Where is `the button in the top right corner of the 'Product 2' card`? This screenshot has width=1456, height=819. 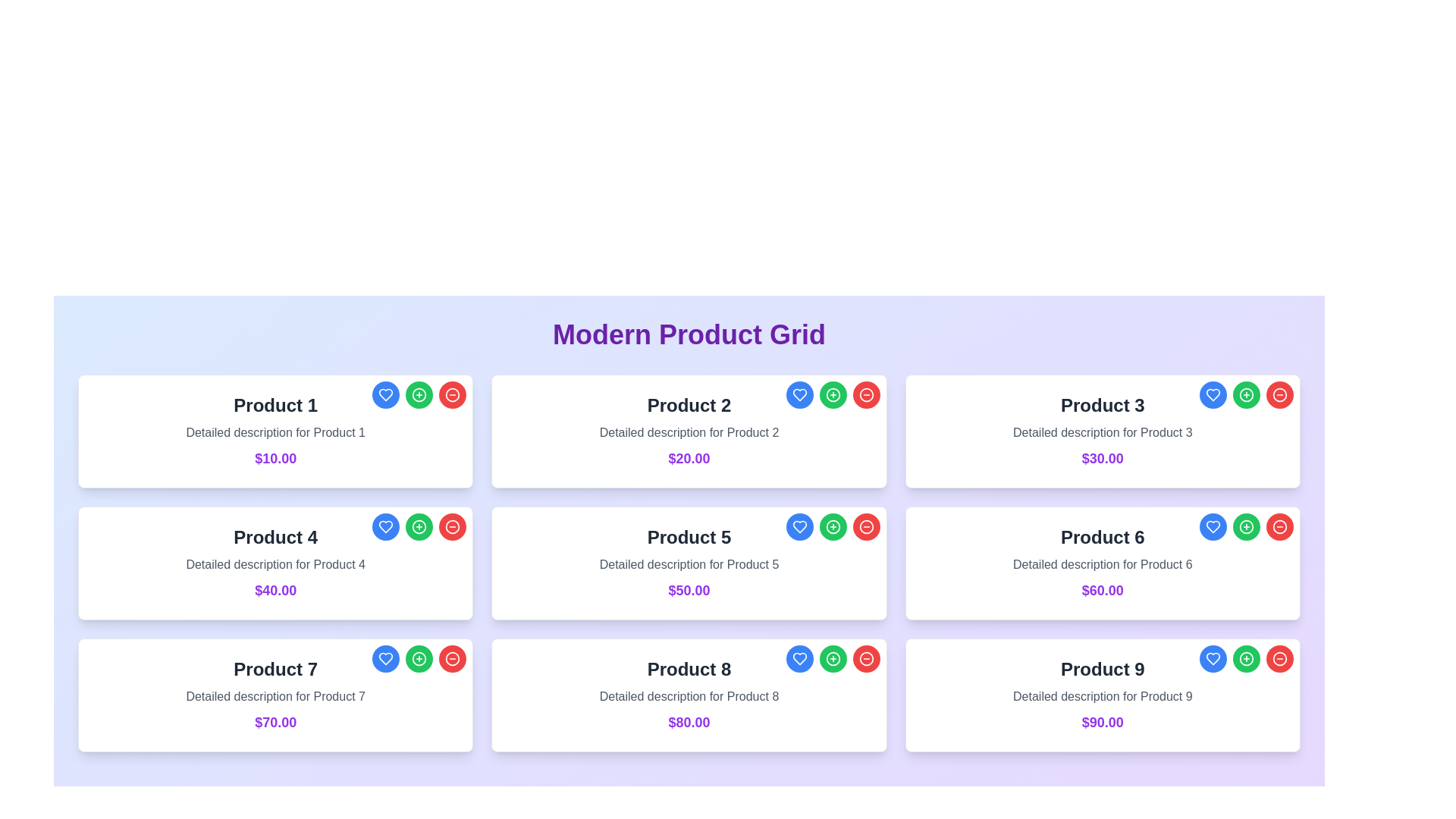 the button in the top right corner of the 'Product 2' card is located at coordinates (832, 394).